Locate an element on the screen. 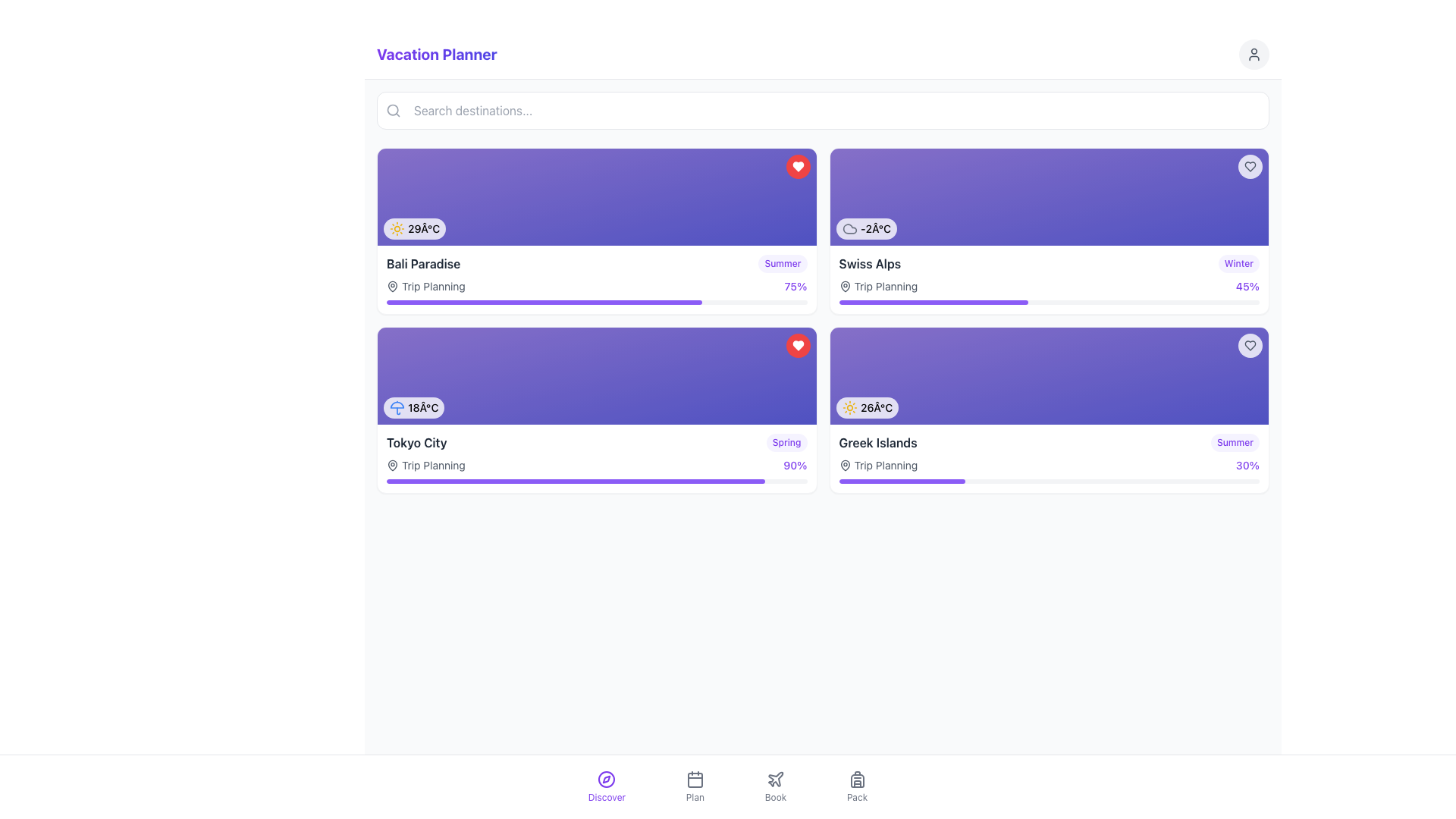 This screenshot has height=819, width=1456. the progress label for 'Trip Planning' which displays the text 'Trip Planning' and the percentage '90%' located within the 'Tokyo City' card under the header 'Tokyo City' is located at coordinates (596, 464).